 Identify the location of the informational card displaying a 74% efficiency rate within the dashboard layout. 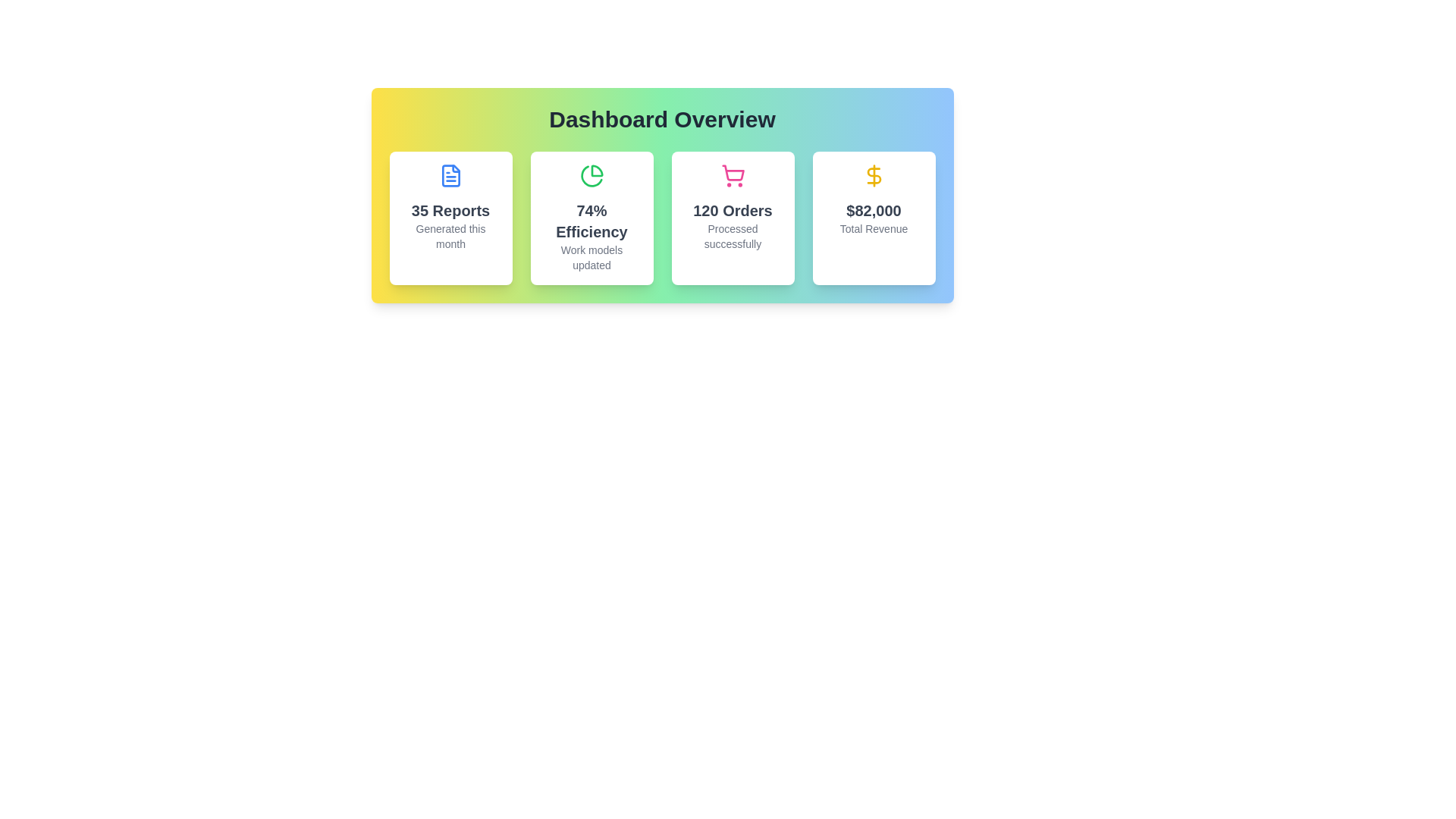
(591, 218).